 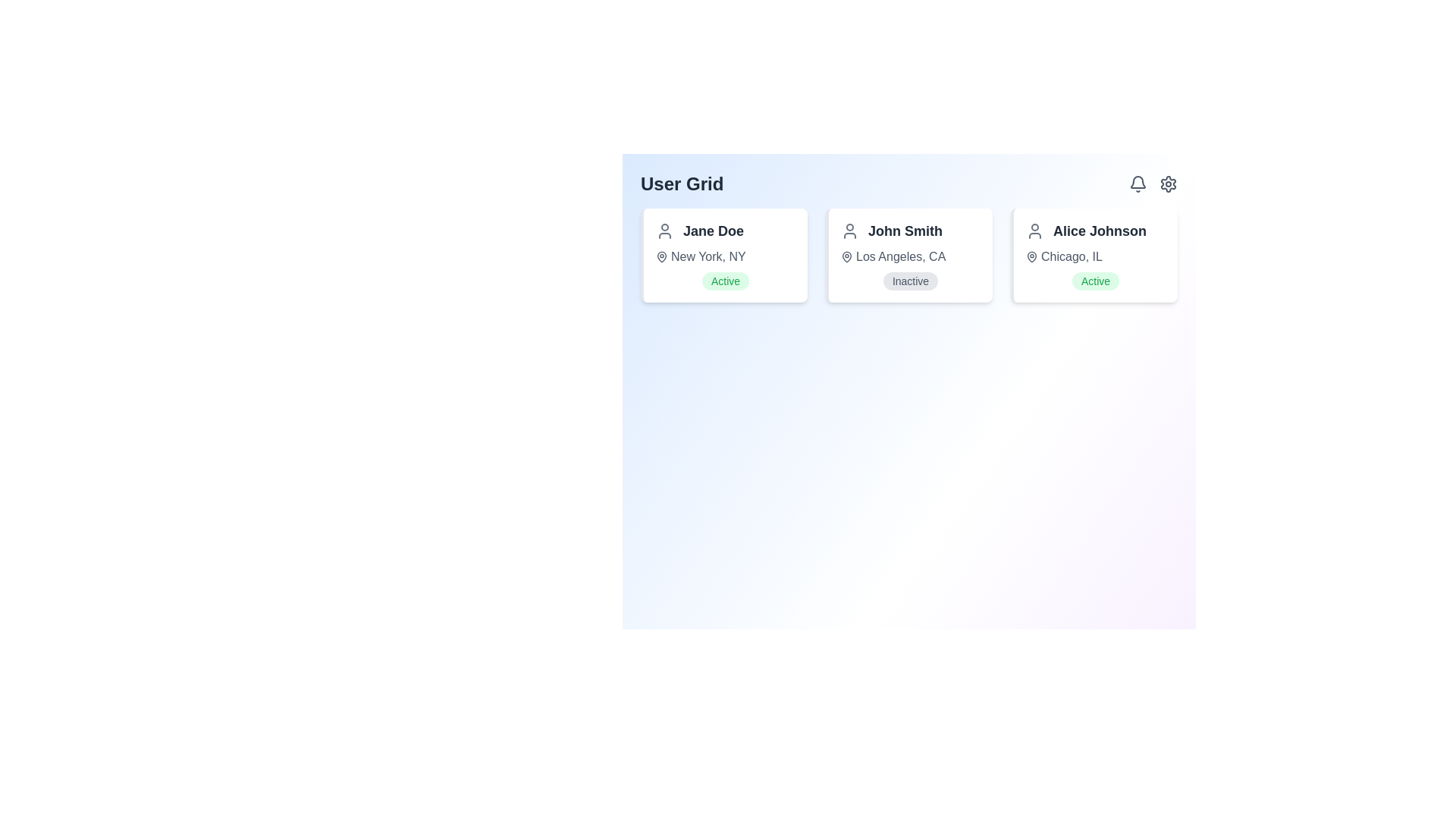 What do you see at coordinates (1031, 256) in the screenshot?
I see `the map pin icon, which is a minimalist, line-based design located to the left of the text 'Chicago, IL' in the card for 'Alice Johnson'` at bounding box center [1031, 256].